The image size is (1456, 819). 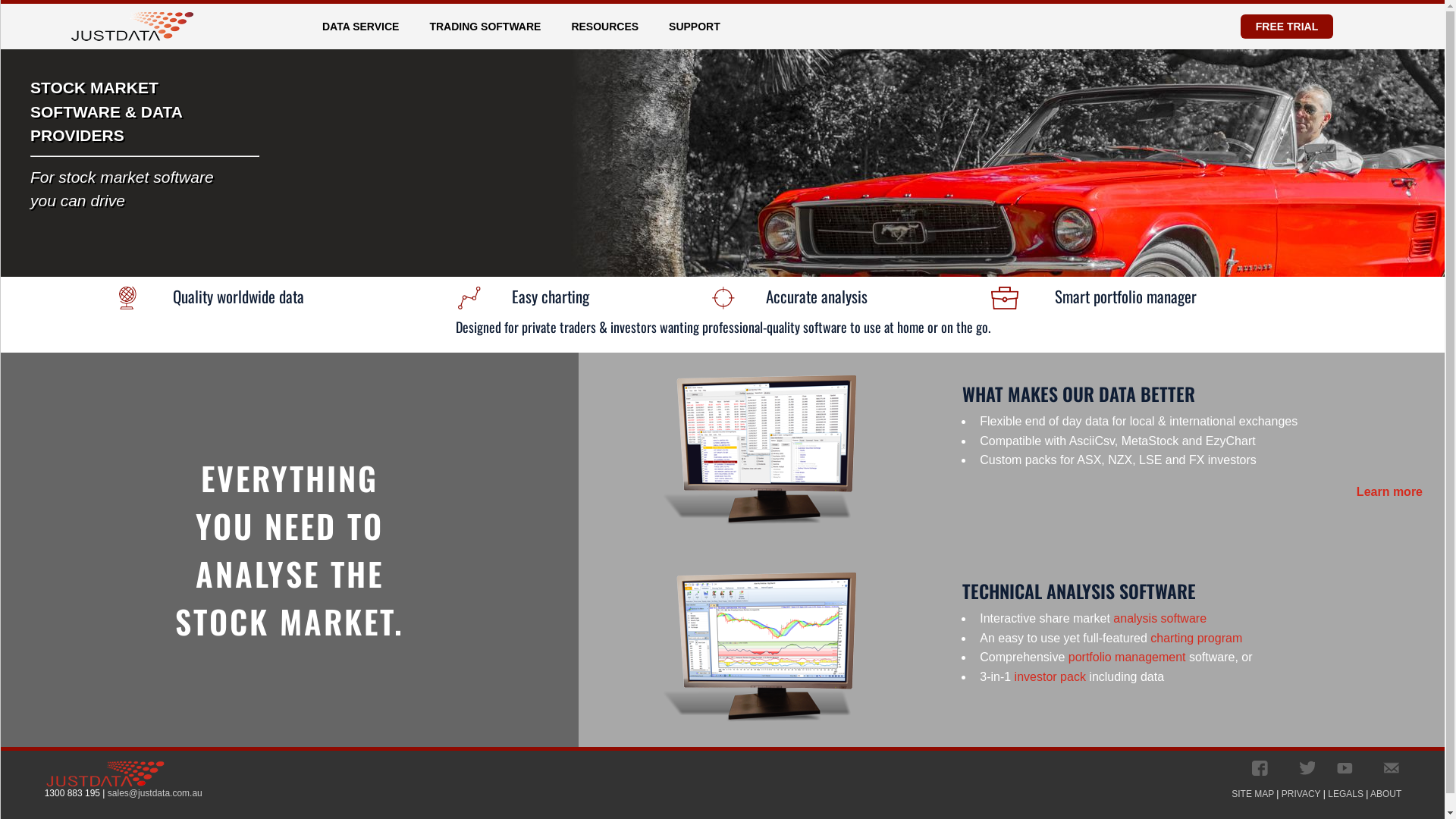 I want to click on 'RESOURCES', so click(x=563, y=26).